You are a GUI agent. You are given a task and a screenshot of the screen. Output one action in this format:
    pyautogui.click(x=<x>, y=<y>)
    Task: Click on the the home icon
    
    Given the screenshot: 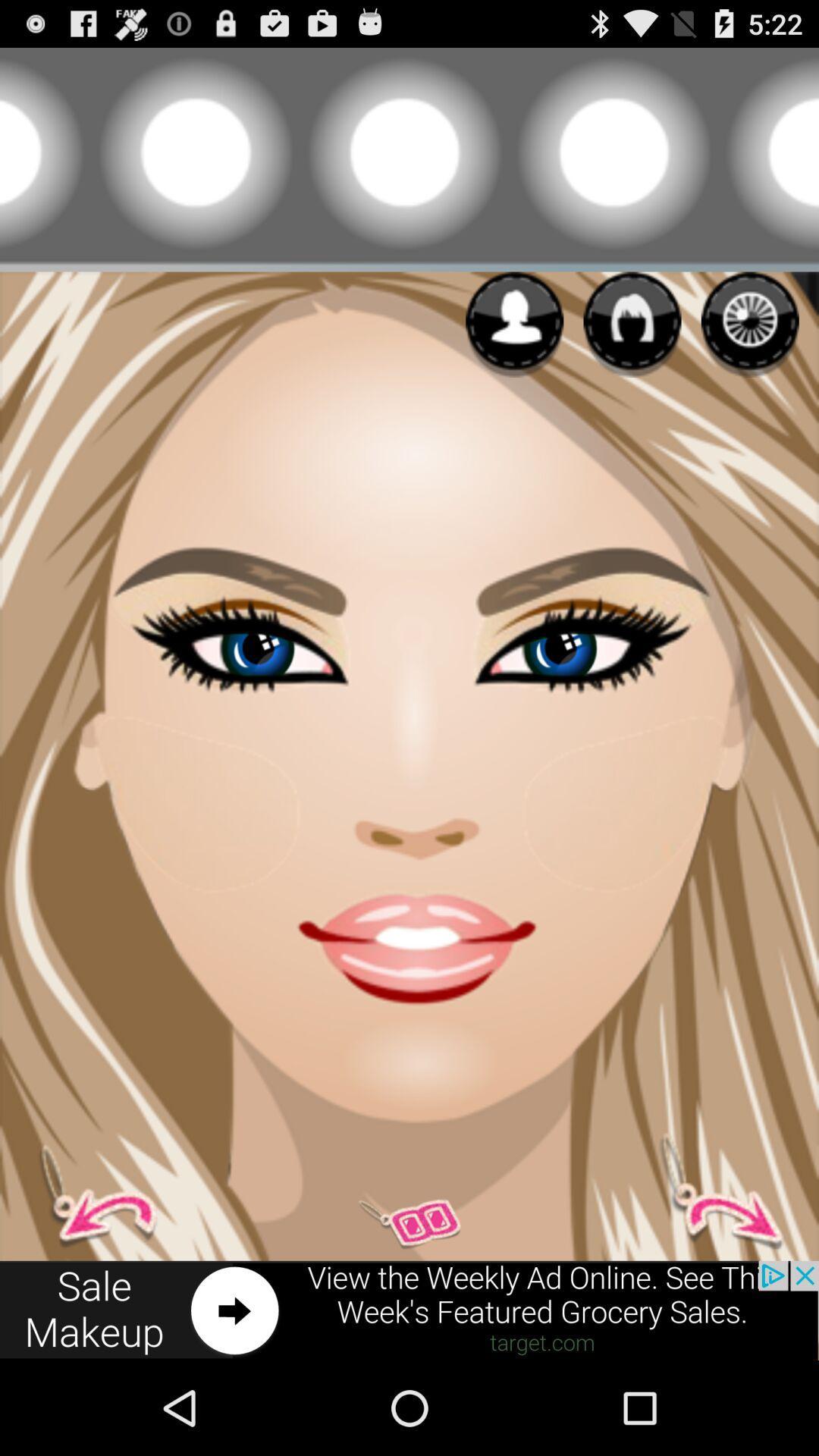 What is the action you would take?
    pyautogui.click(x=632, y=347)
    